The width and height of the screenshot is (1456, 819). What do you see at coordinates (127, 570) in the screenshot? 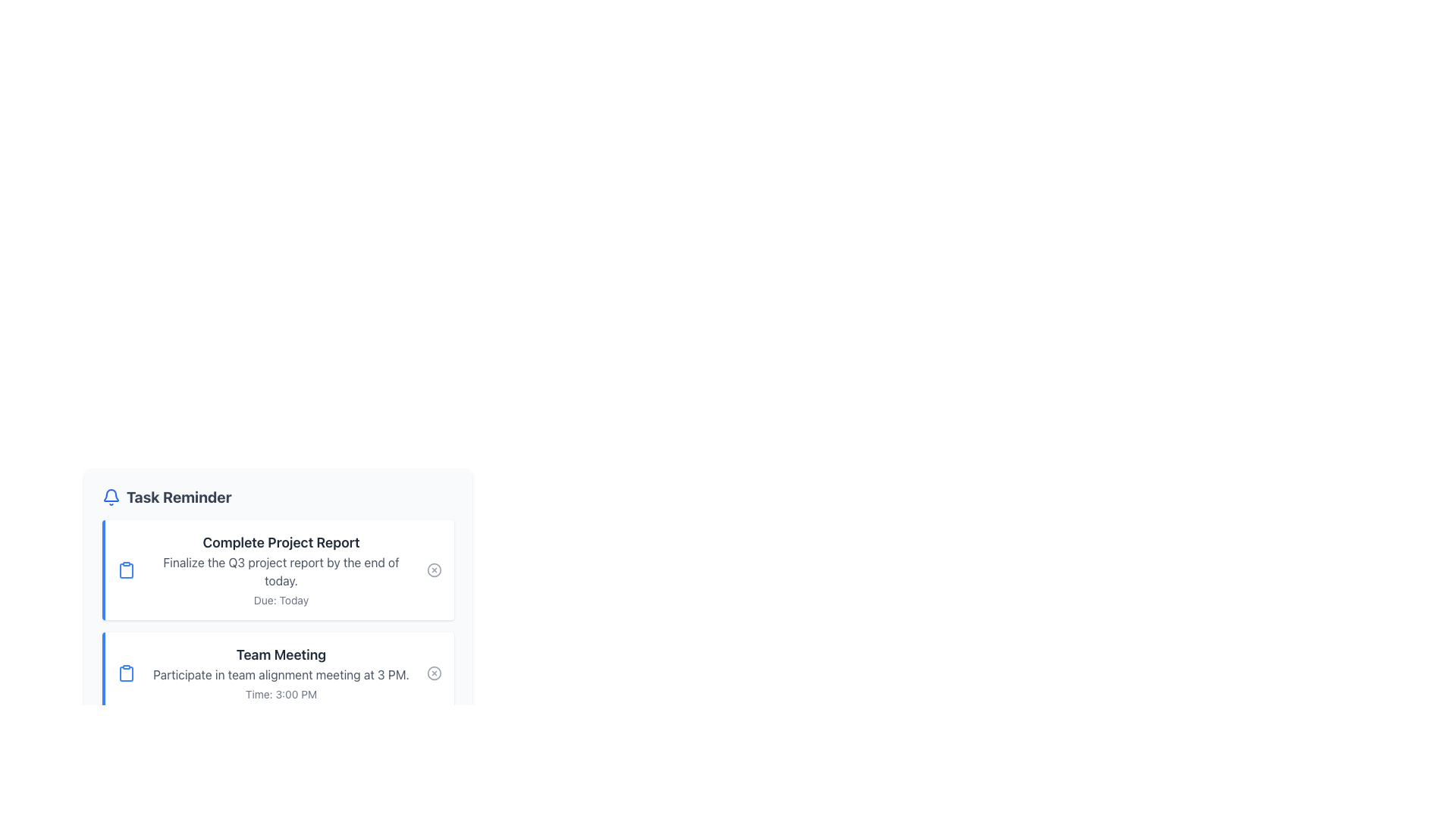
I see `the SVG icon representing the task urgency next to the 'Complete Project Report' title under the 'Task Reminder' heading` at bounding box center [127, 570].